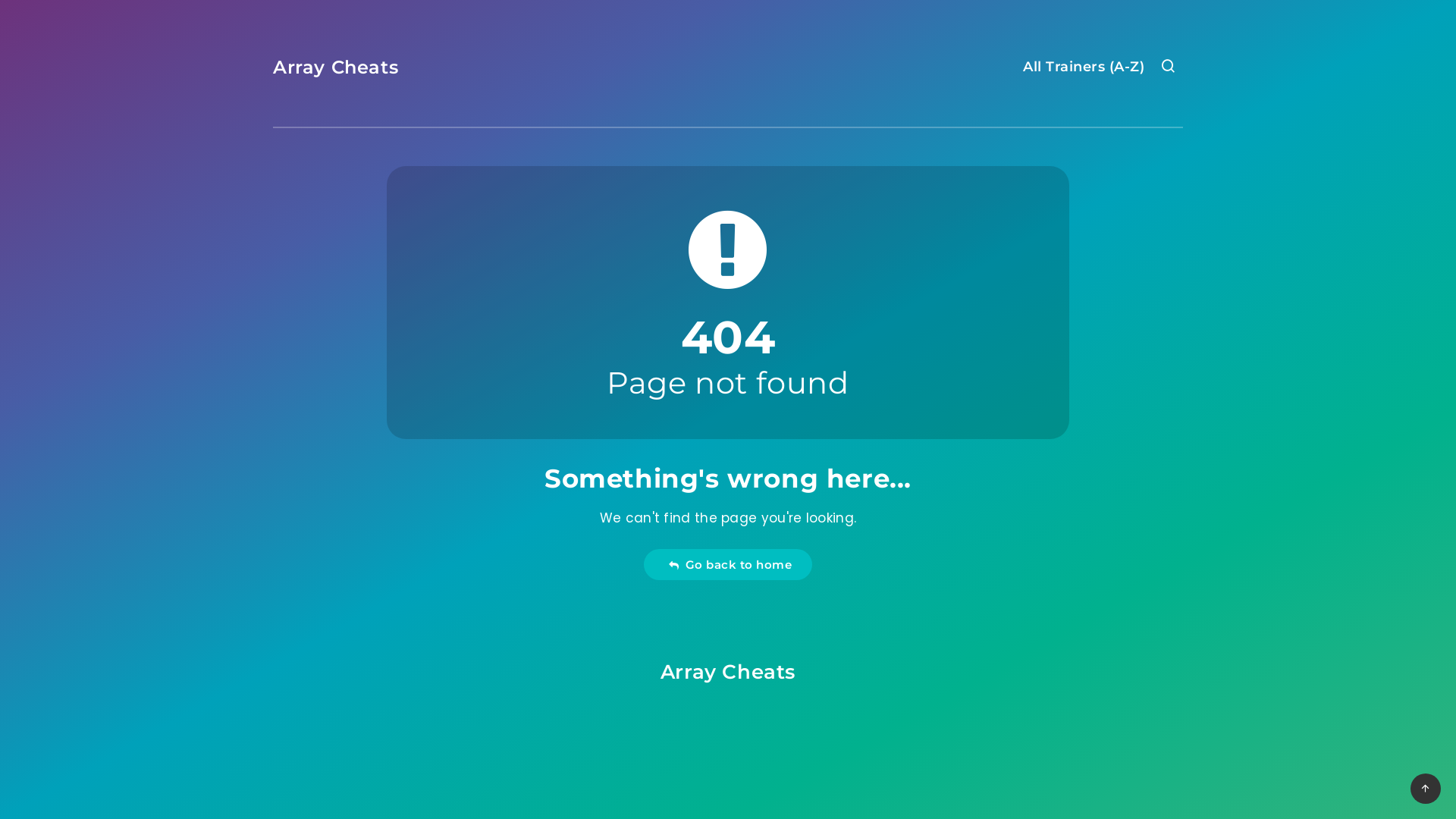  What do you see at coordinates (334, 66) in the screenshot?
I see `'Array Cheats'` at bounding box center [334, 66].